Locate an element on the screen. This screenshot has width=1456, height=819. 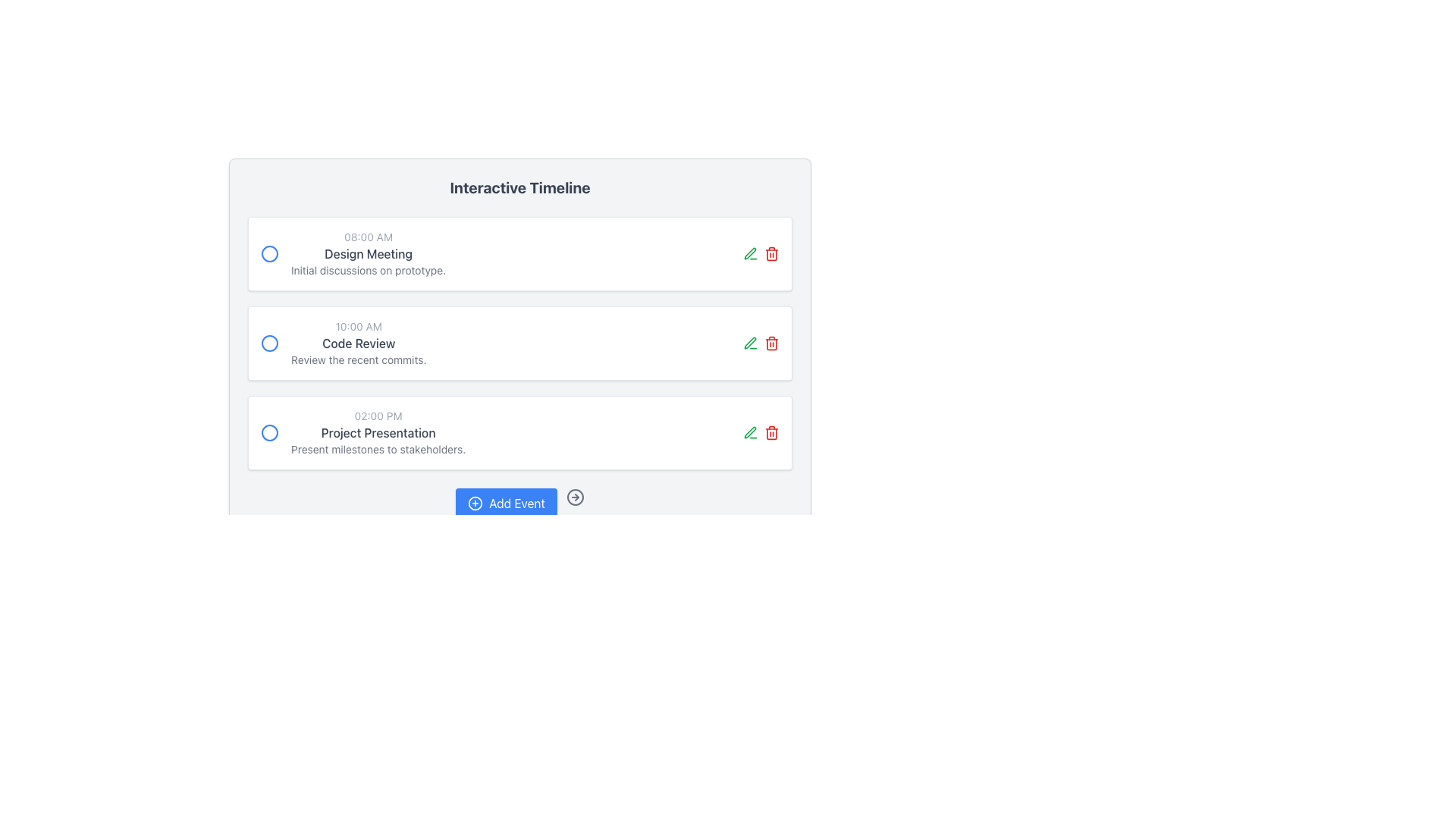
displayed time from the Text label located at the top of the event entry above the title 'Design Meeting' is located at coordinates (369, 237).